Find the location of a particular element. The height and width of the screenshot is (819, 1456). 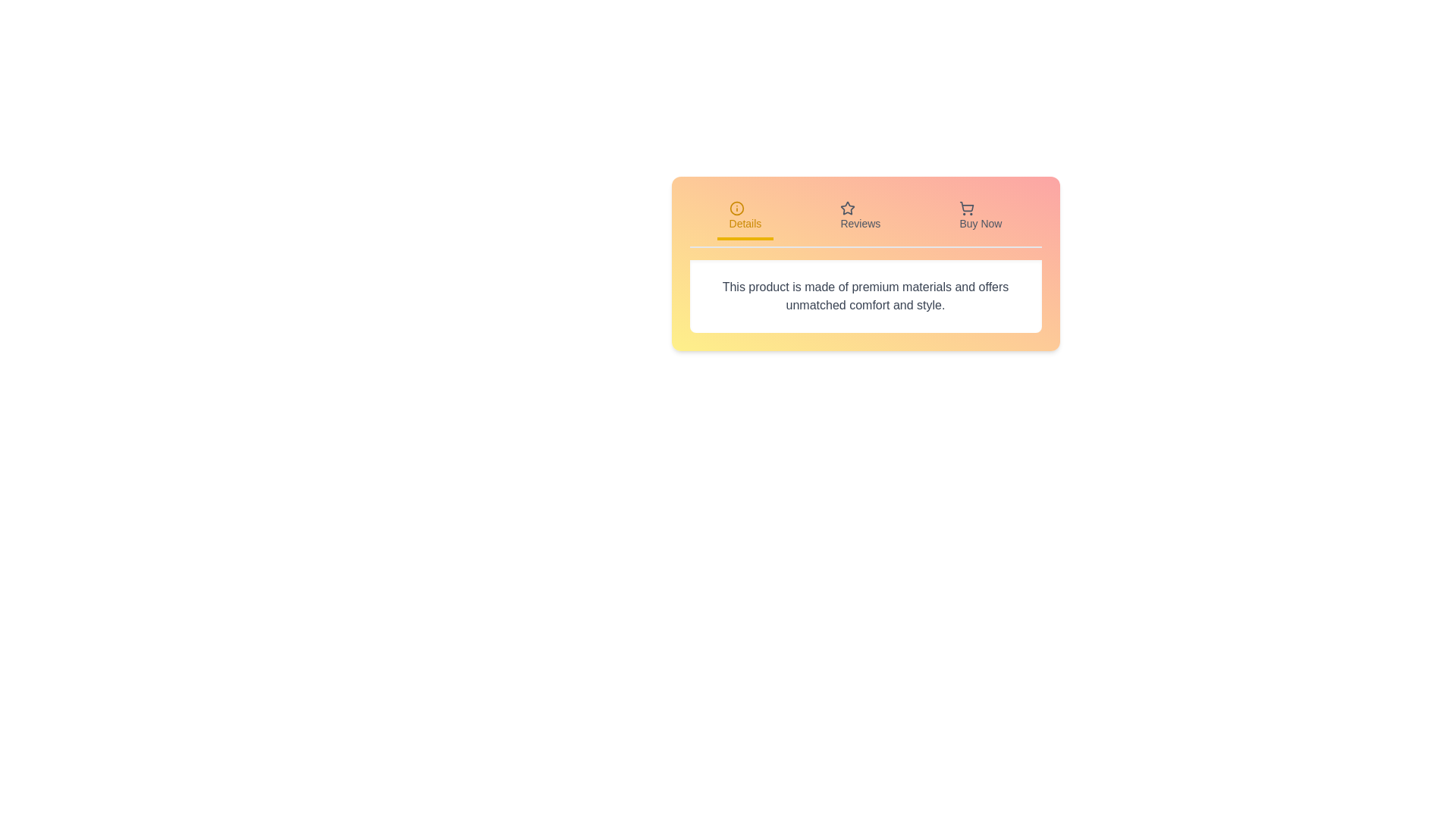

the Buy Now tab to observe its hover effect is located at coordinates (981, 217).